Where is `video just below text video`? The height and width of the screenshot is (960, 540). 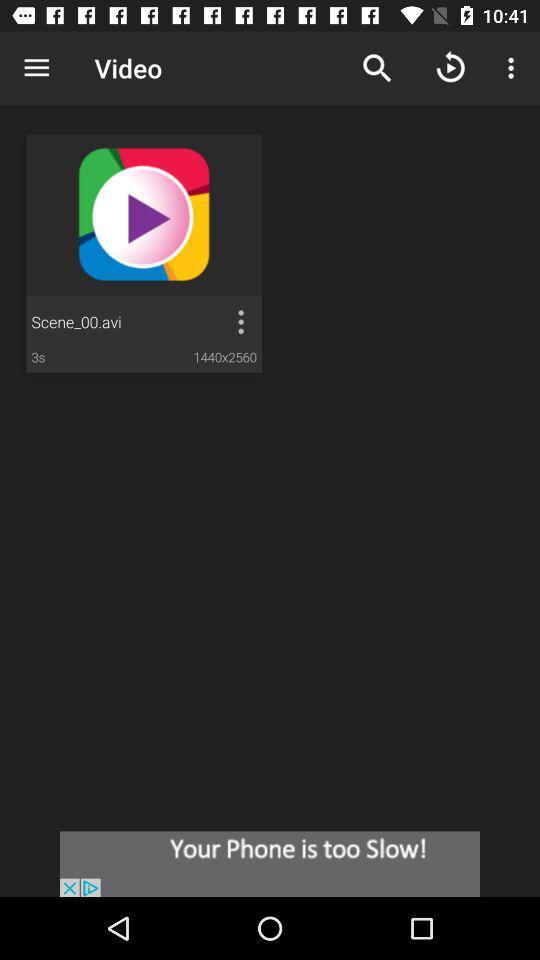 video just below text video is located at coordinates (143, 252).